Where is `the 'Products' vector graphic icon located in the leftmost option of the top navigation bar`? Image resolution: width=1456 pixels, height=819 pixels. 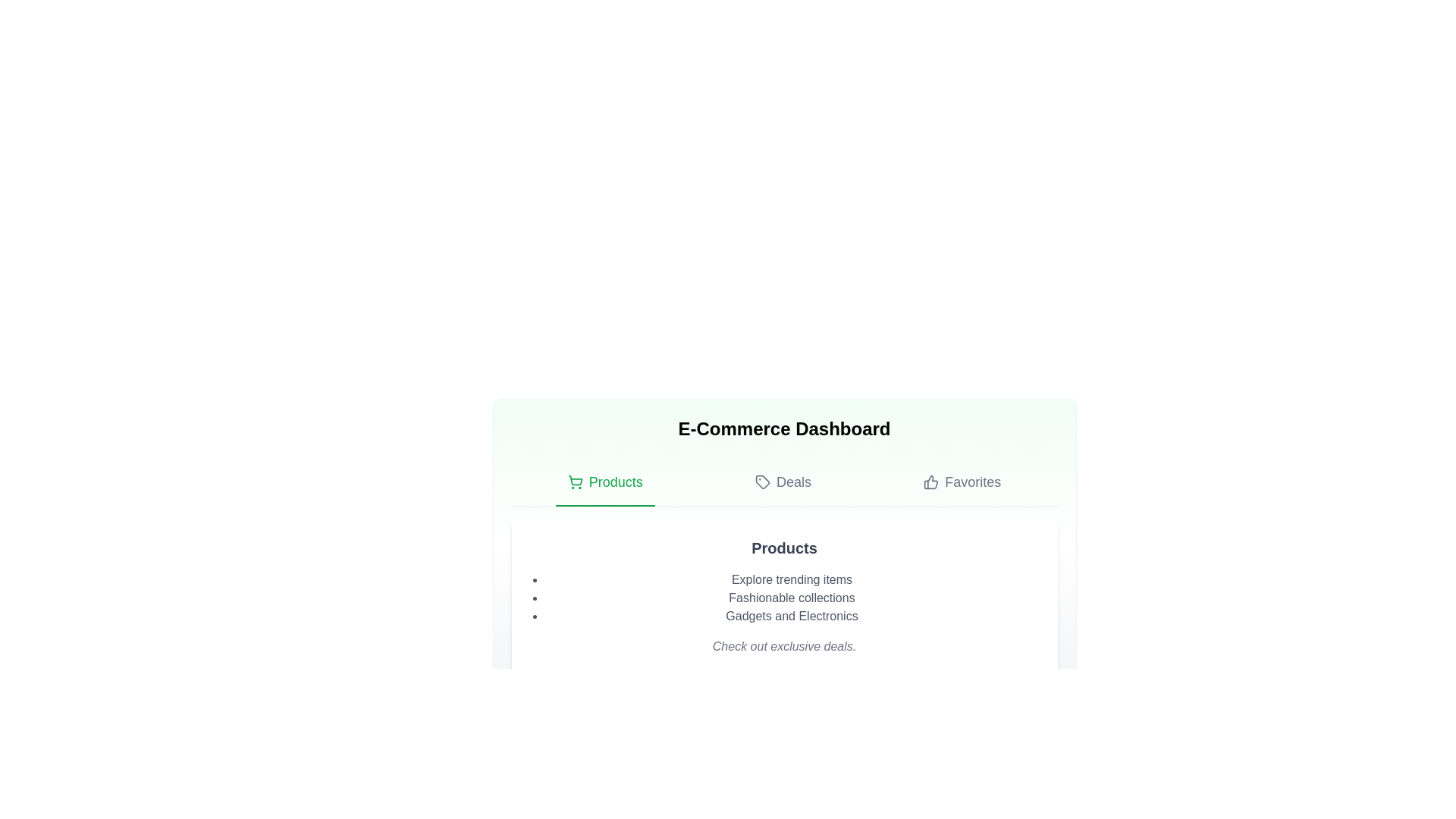
the 'Products' vector graphic icon located in the leftmost option of the top navigation bar is located at coordinates (574, 480).